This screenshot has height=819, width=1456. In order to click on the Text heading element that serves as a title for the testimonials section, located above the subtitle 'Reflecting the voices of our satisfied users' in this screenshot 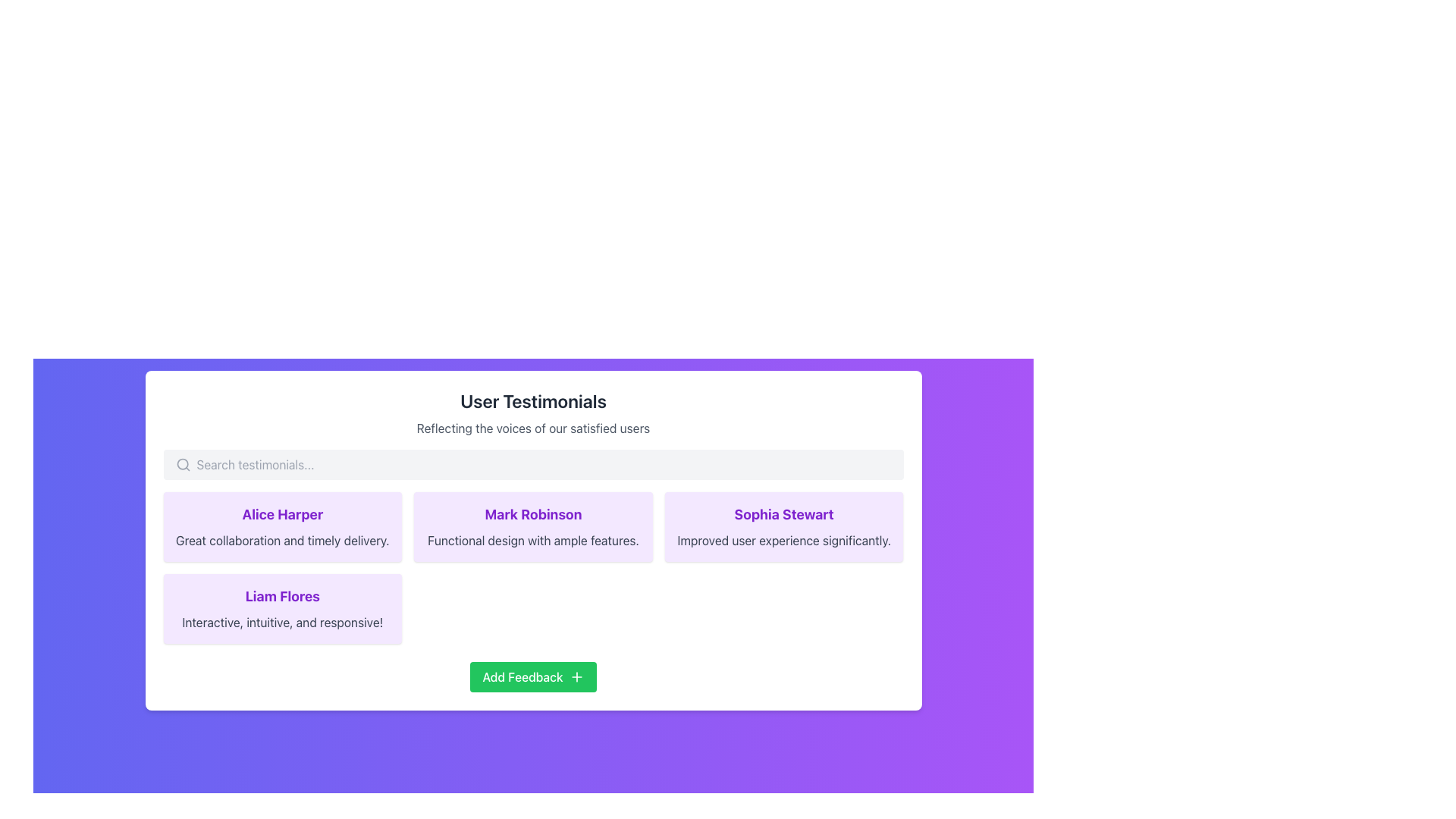, I will do `click(533, 400)`.